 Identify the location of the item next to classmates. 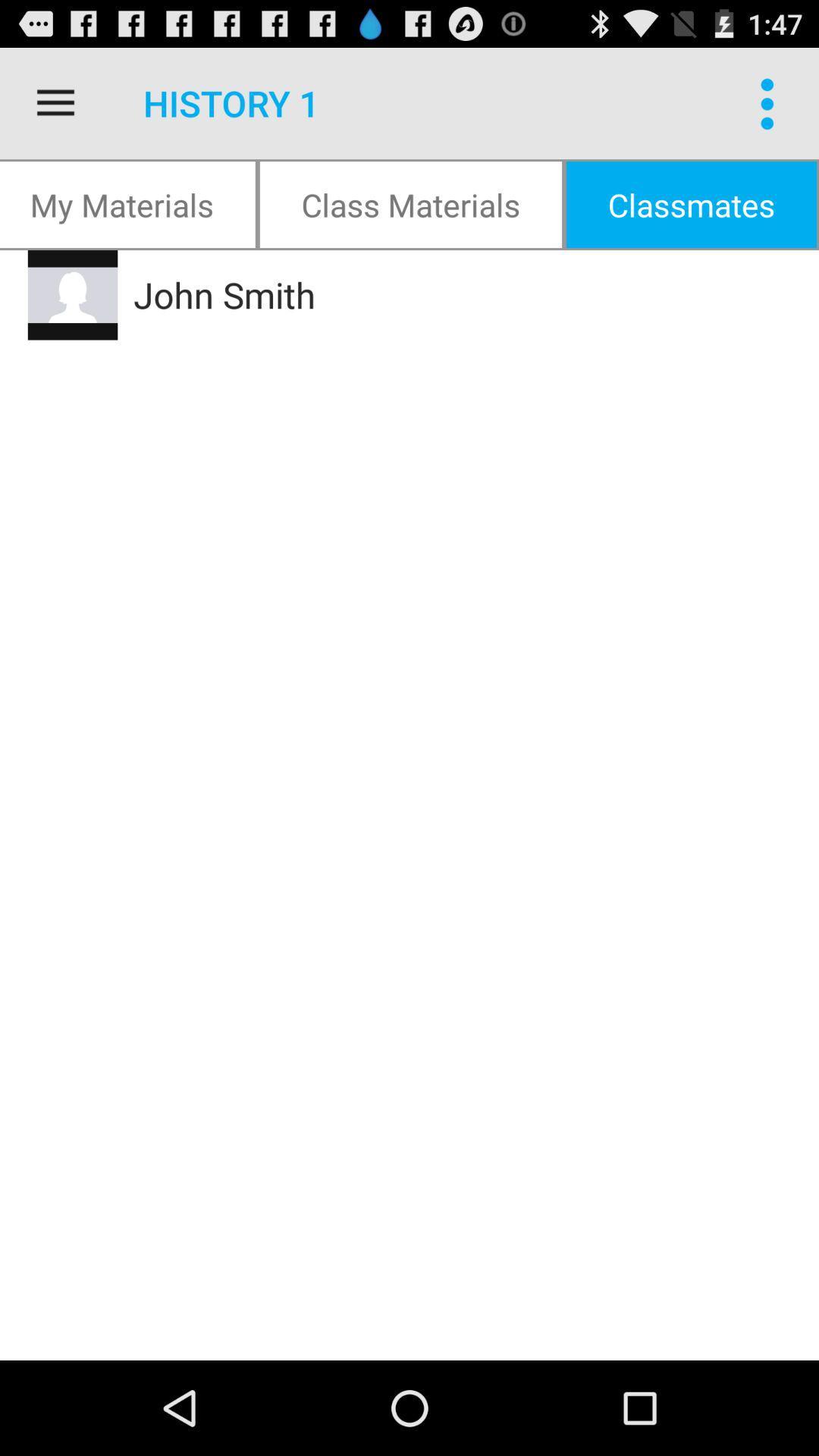
(410, 203).